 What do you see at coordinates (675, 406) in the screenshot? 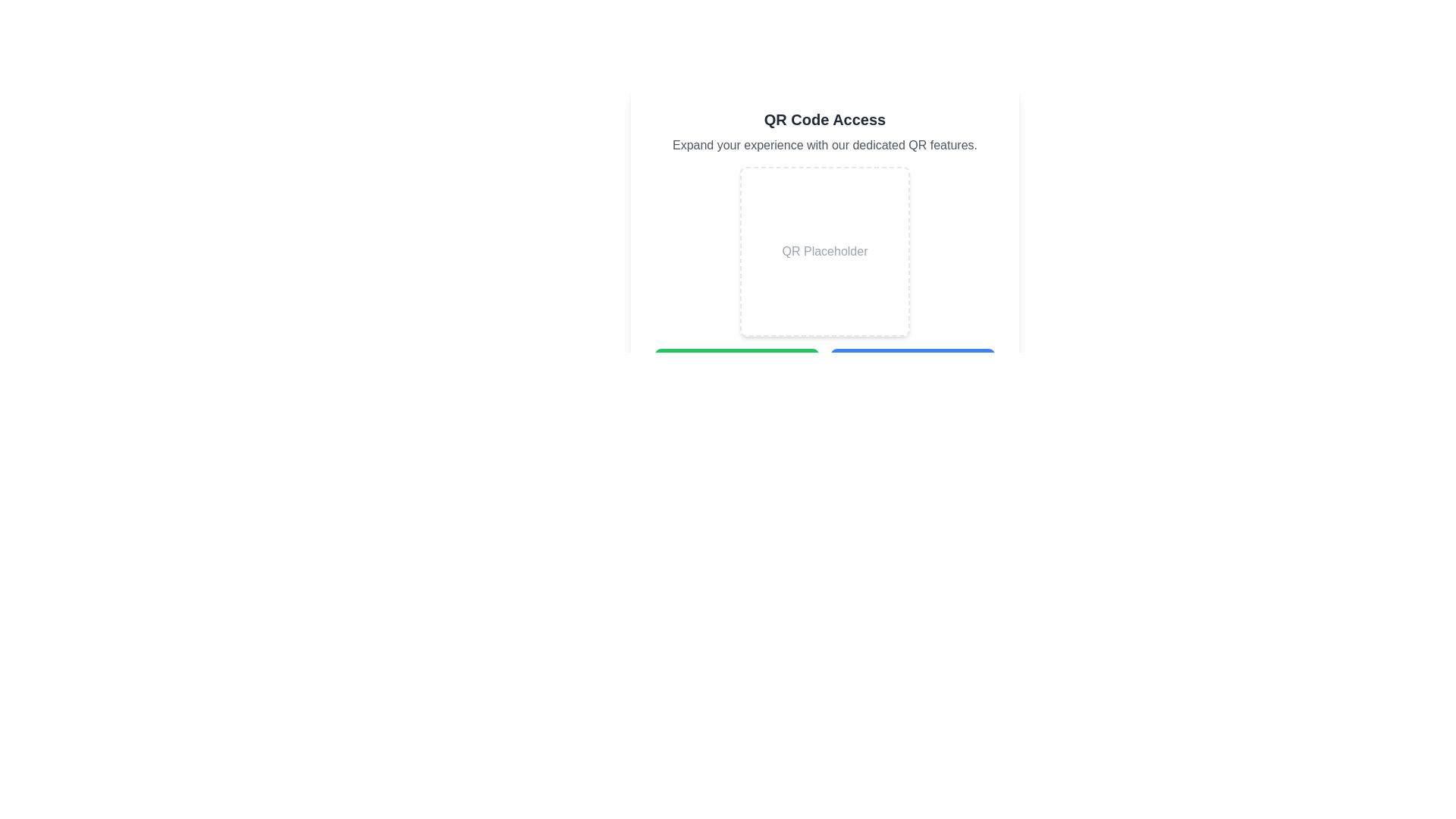
I see `the outer curved line of the eye-shaped icon by navigating via keyboard` at bounding box center [675, 406].